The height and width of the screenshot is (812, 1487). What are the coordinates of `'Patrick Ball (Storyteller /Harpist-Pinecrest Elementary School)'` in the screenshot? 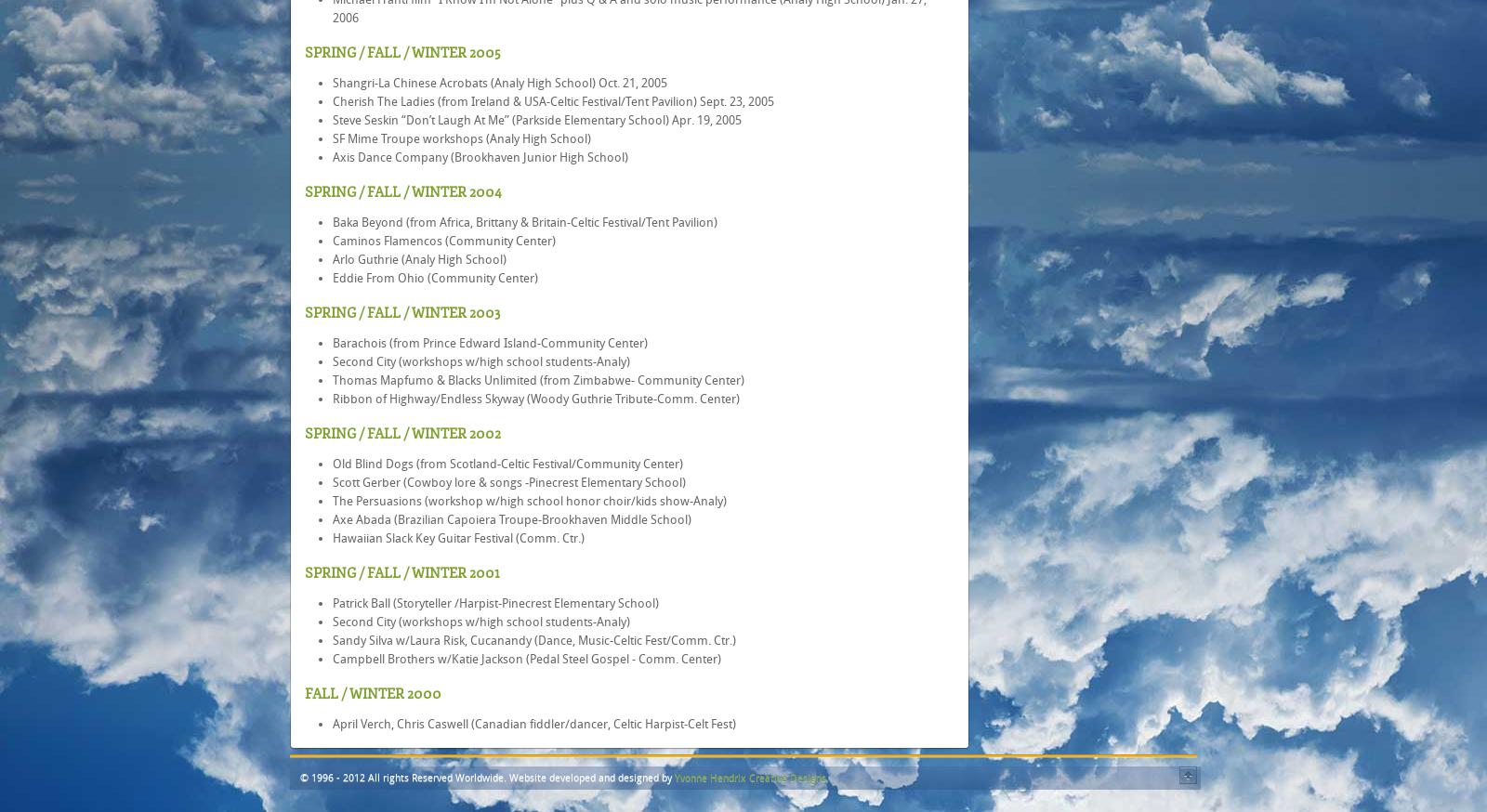 It's located at (494, 602).